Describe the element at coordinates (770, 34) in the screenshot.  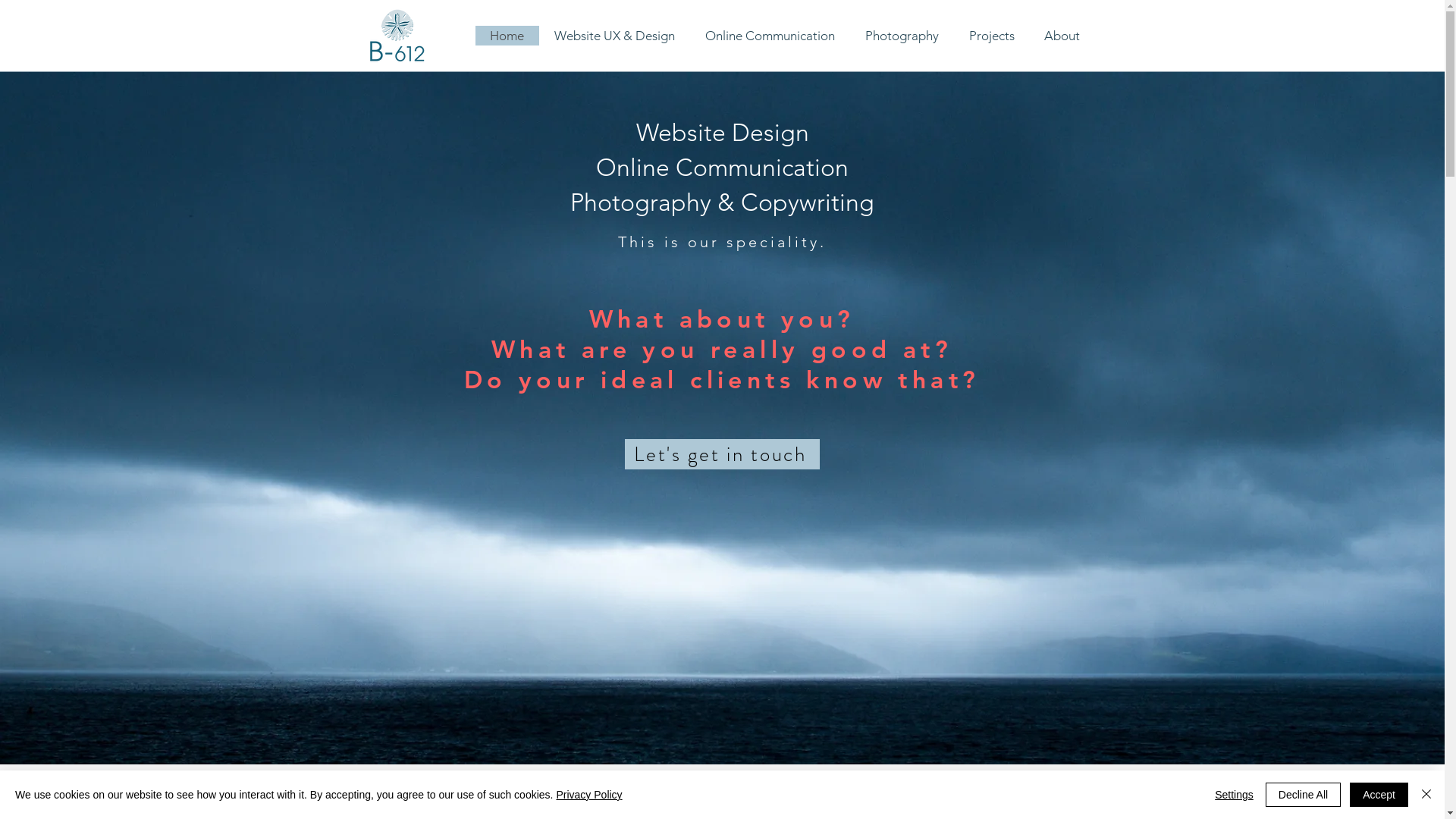
I see `'Online Communication'` at that location.